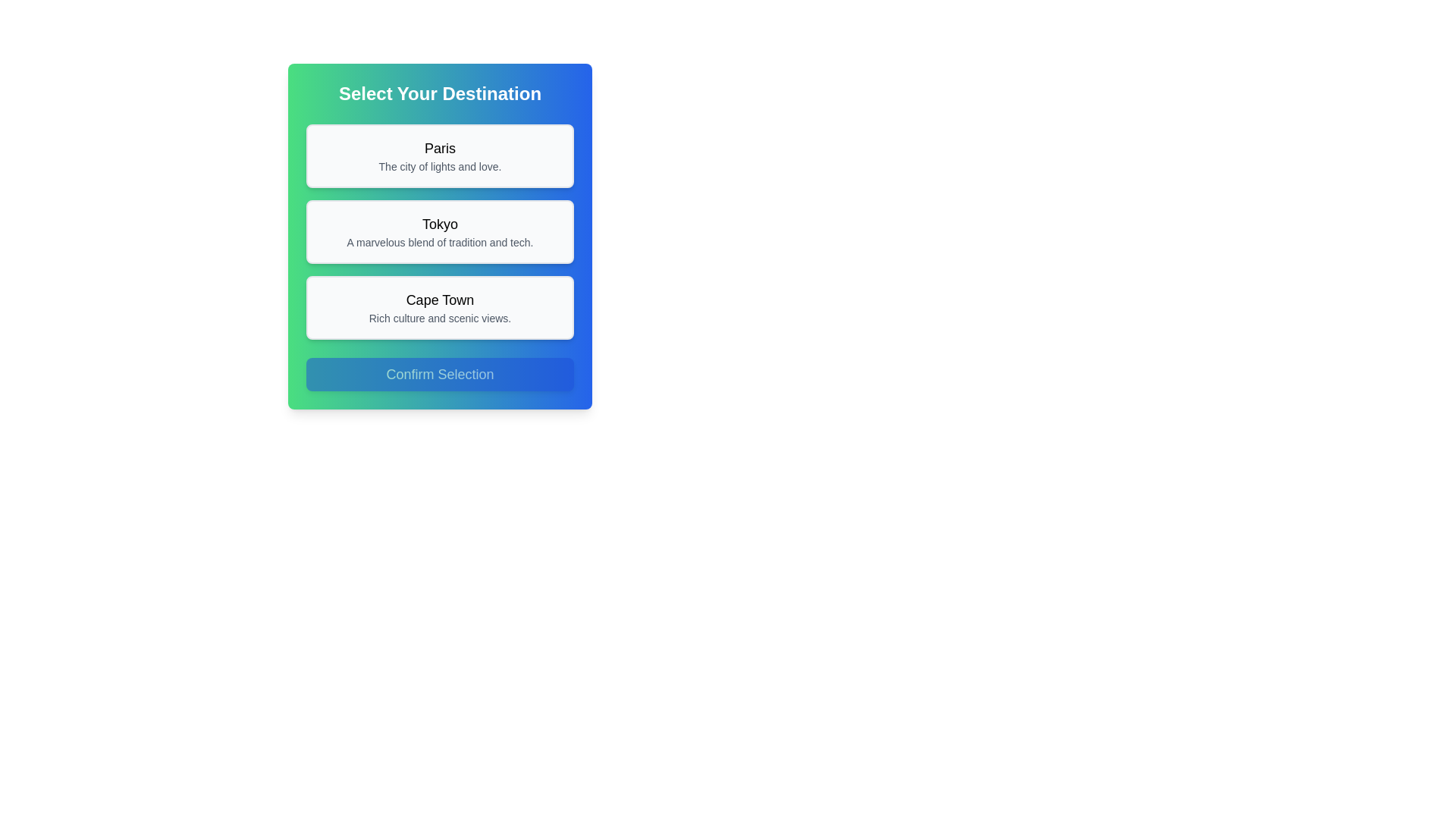  Describe the element at coordinates (439, 374) in the screenshot. I see `the confirmation button located at the bottom of the destination selection card to confirm the user's choice` at that location.